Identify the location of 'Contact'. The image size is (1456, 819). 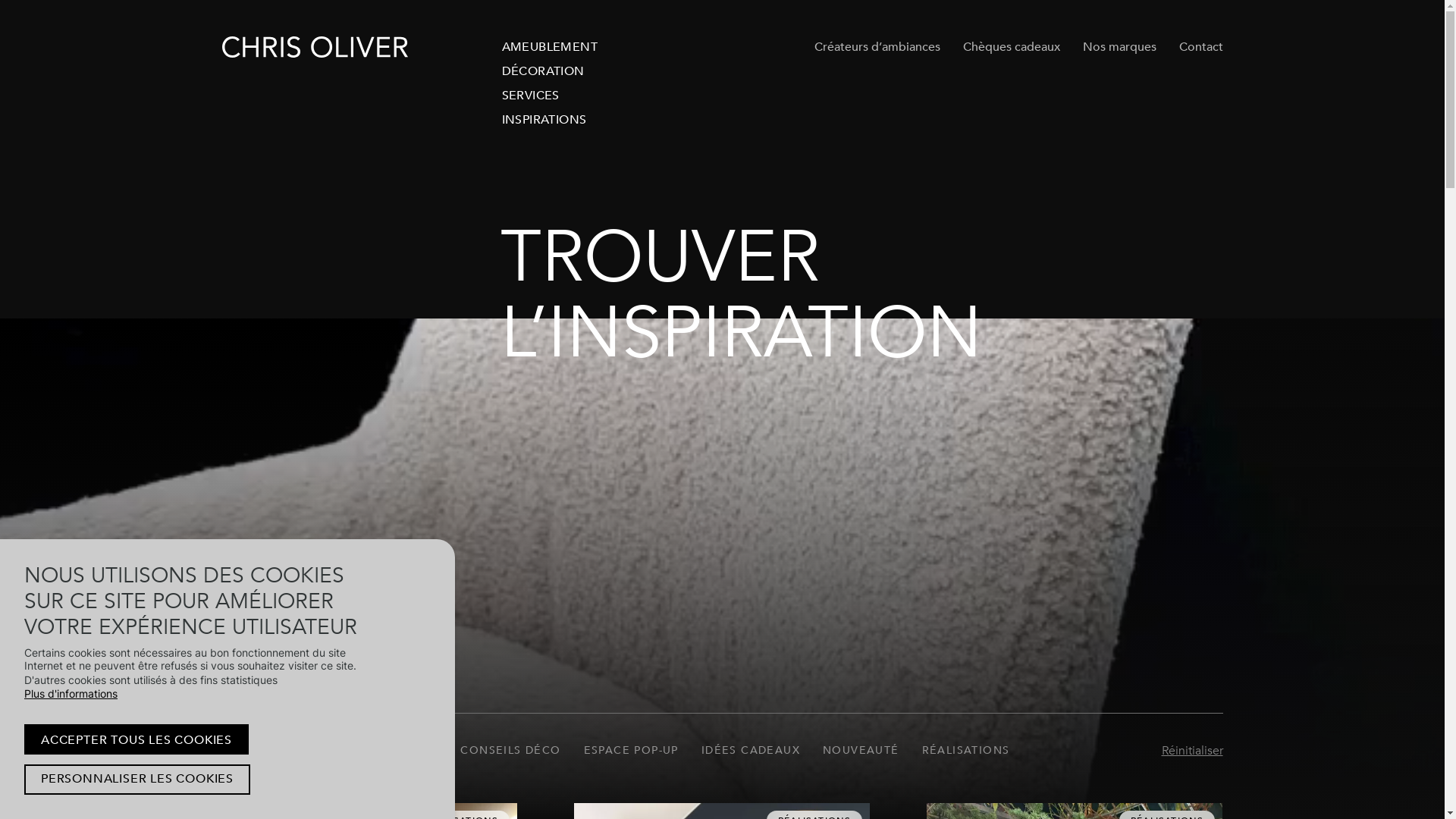
(1178, 45).